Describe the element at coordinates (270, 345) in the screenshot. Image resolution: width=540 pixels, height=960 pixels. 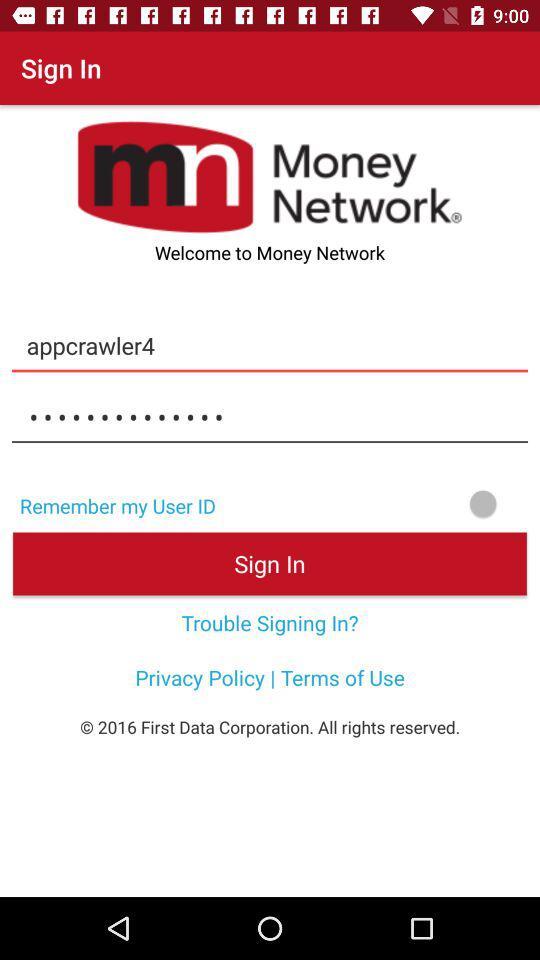
I see `item below the welcome to money icon` at that location.